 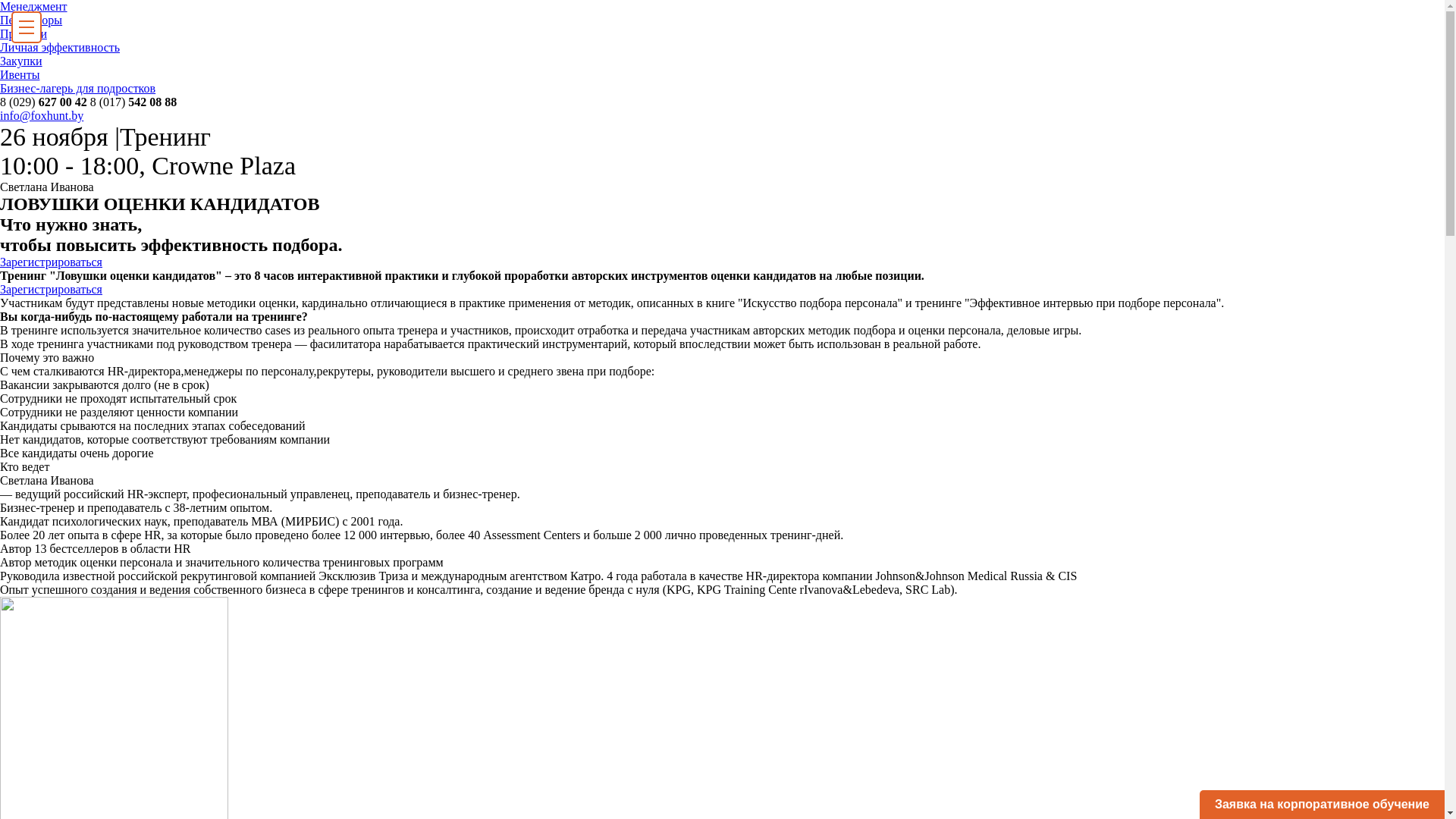 I want to click on 'info@foxhunt.by', so click(x=41, y=115).